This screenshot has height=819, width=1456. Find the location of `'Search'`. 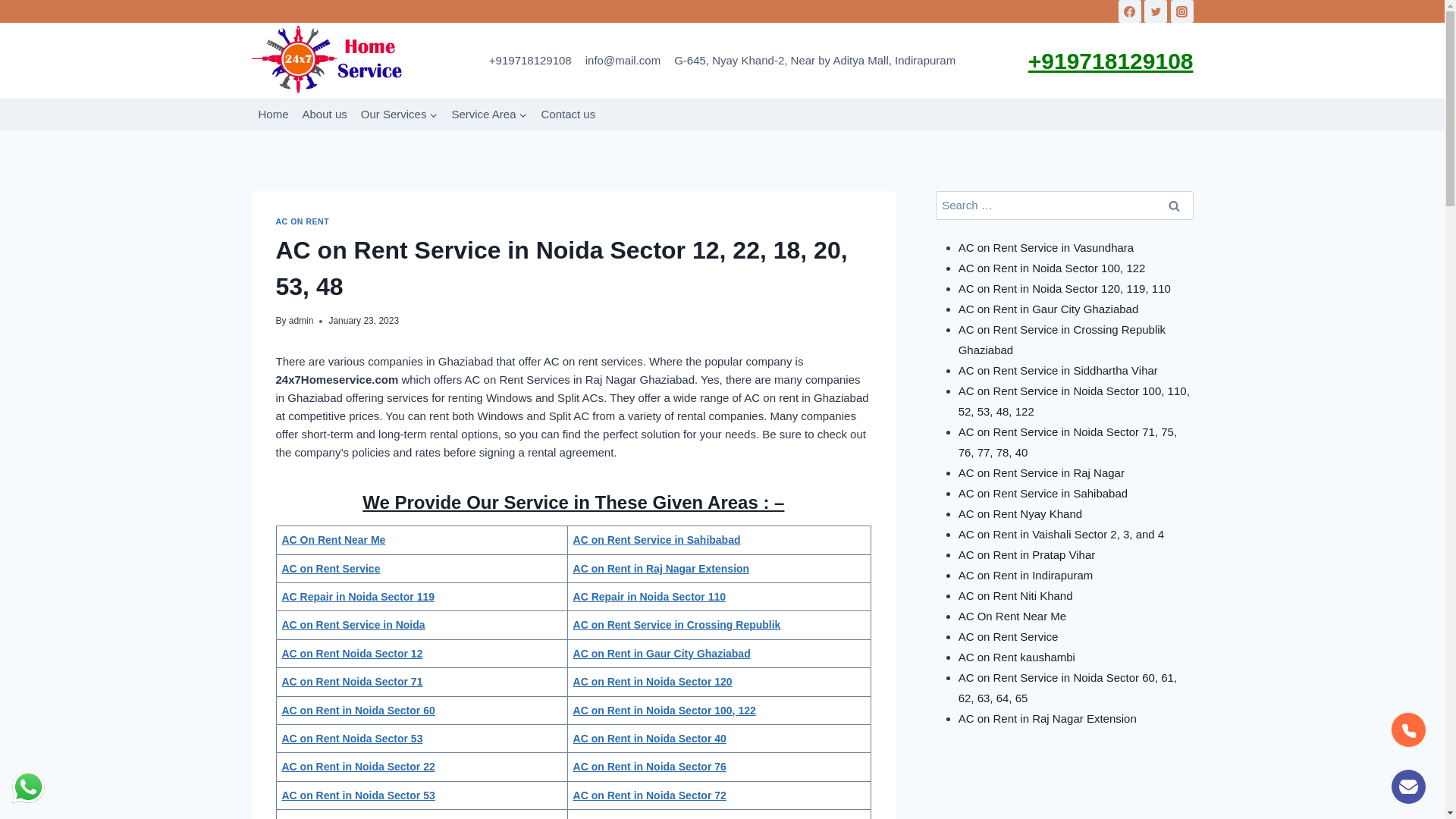

'Search' is located at coordinates (1154, 205).